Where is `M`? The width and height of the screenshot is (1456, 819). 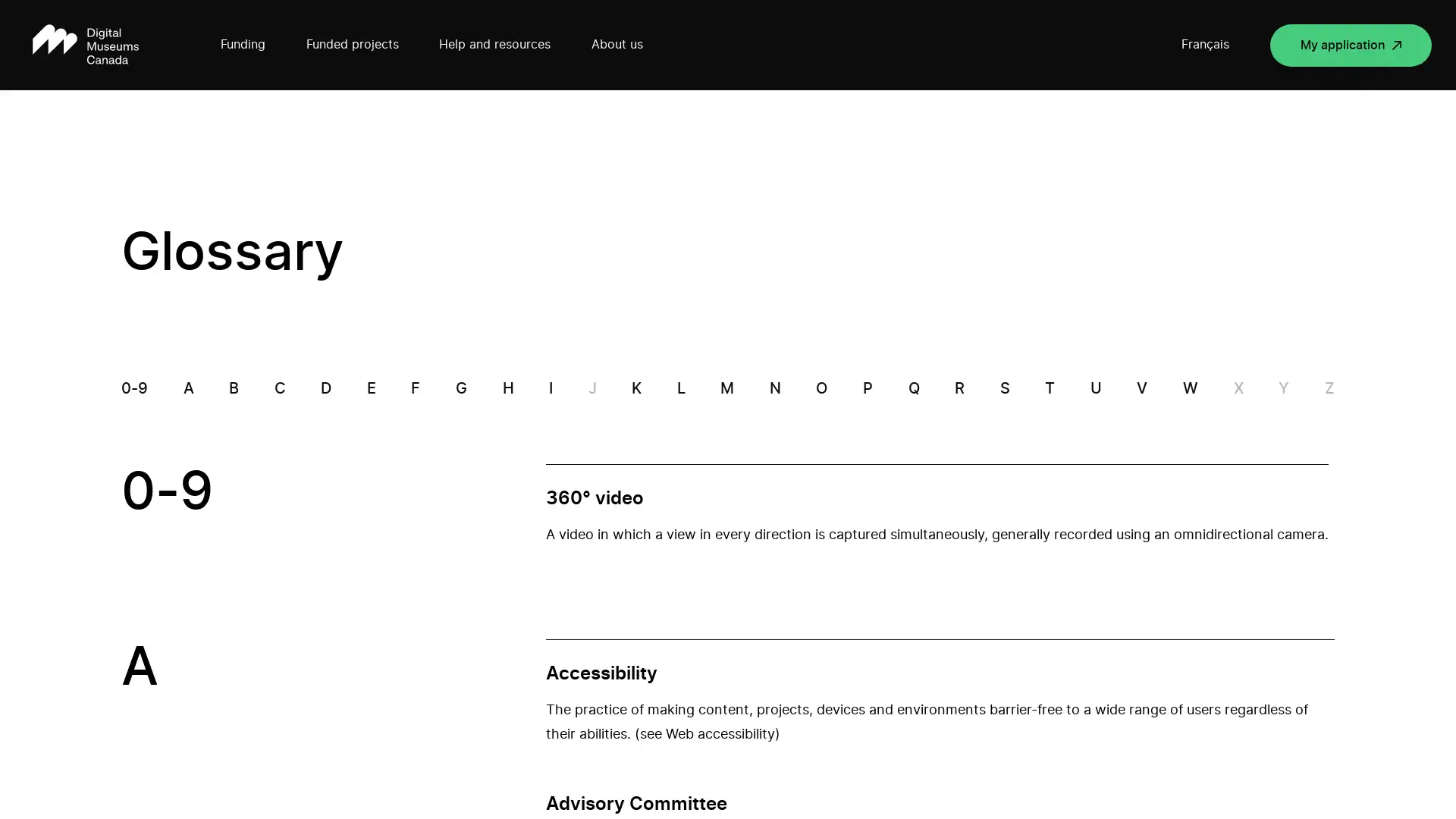
M is located at coordinates (726, 388).